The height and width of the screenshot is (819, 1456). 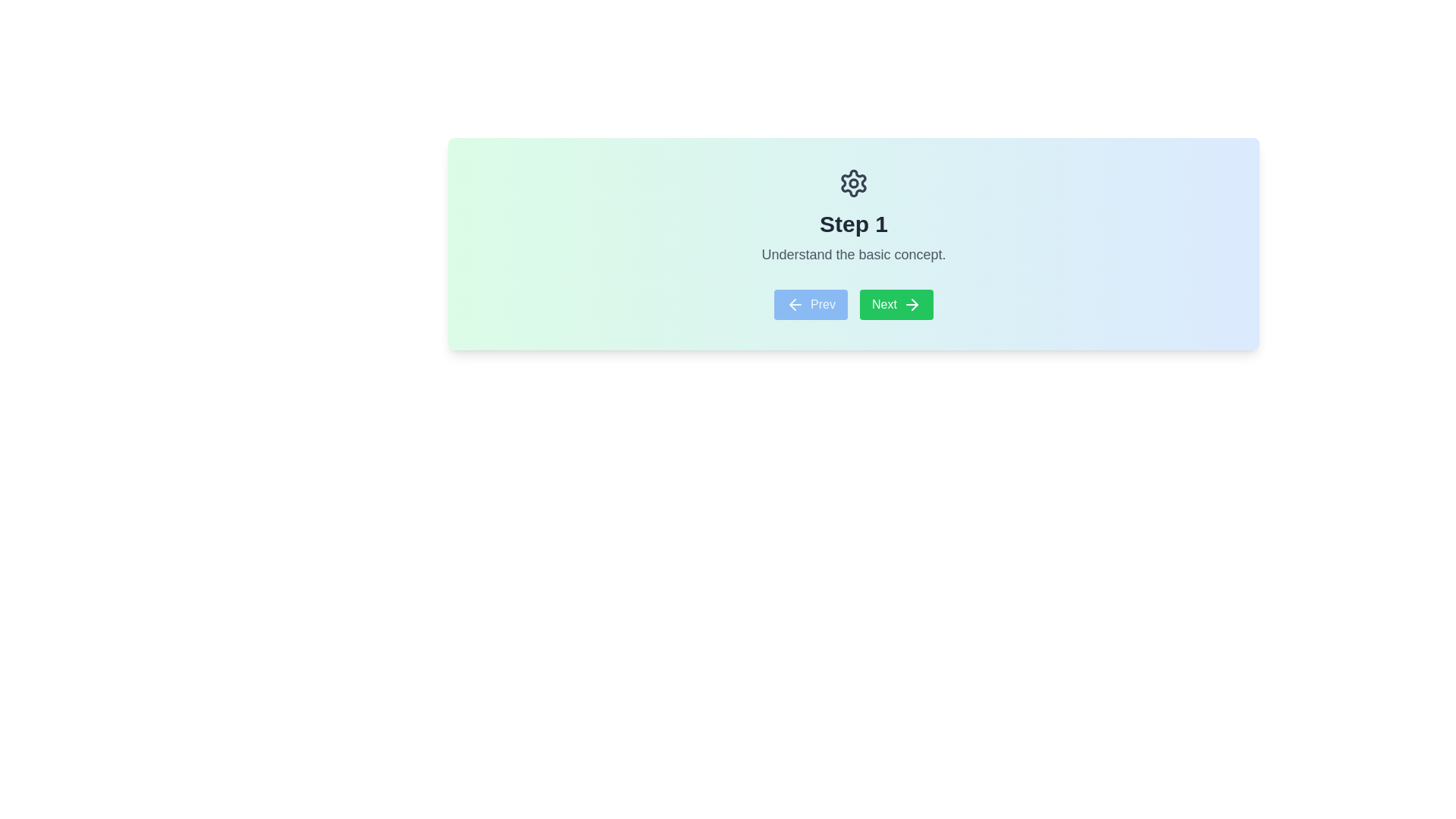 What do you see at coordinates (914, 304) in the screenshot?
I see `the triangular arrow icon pointing to the right, which is part of the 'Next' button, located on its right side` at bounding box center [914, 304].